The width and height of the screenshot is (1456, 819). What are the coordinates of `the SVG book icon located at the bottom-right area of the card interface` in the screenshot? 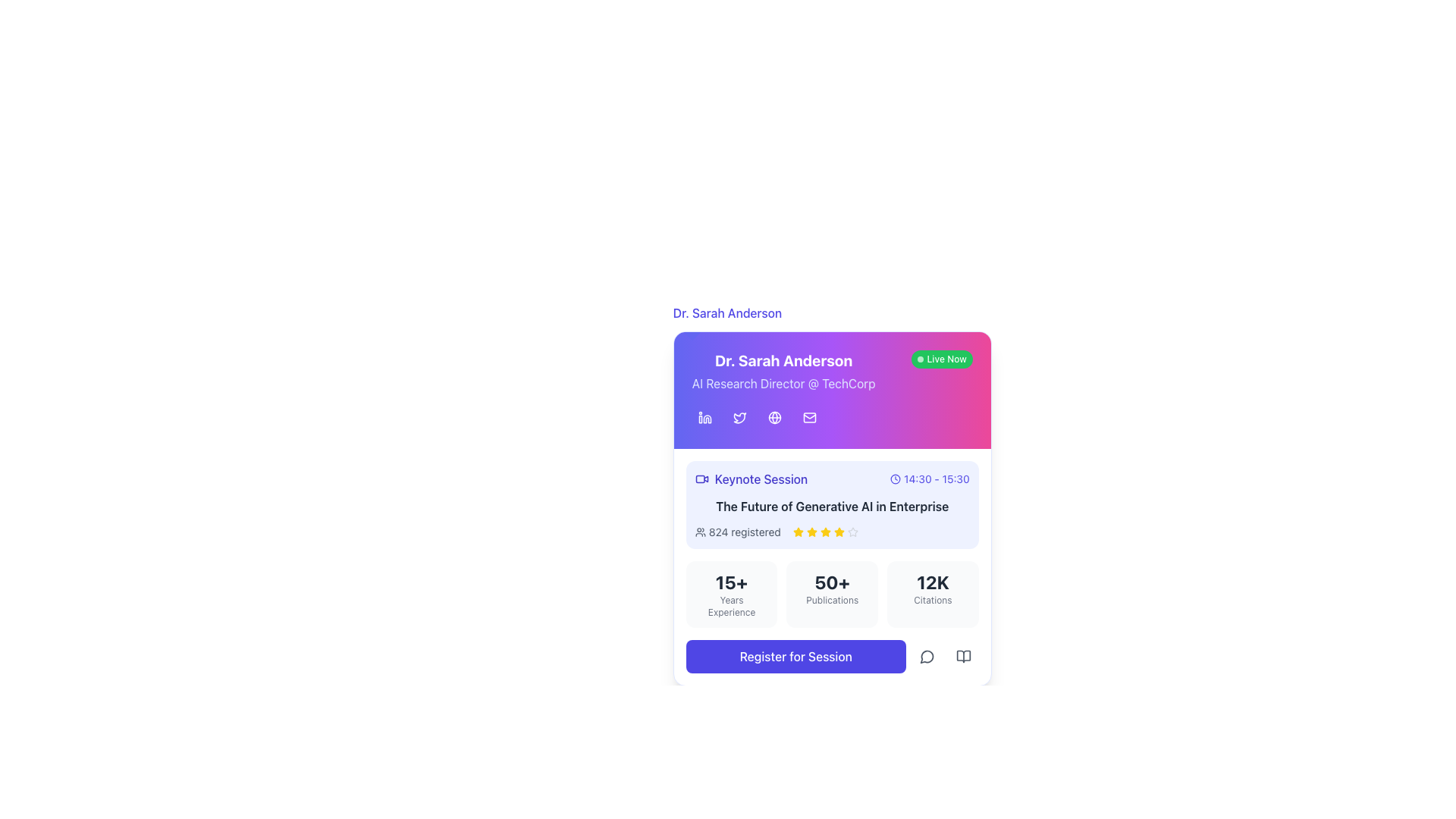 It's located at (962, 656).